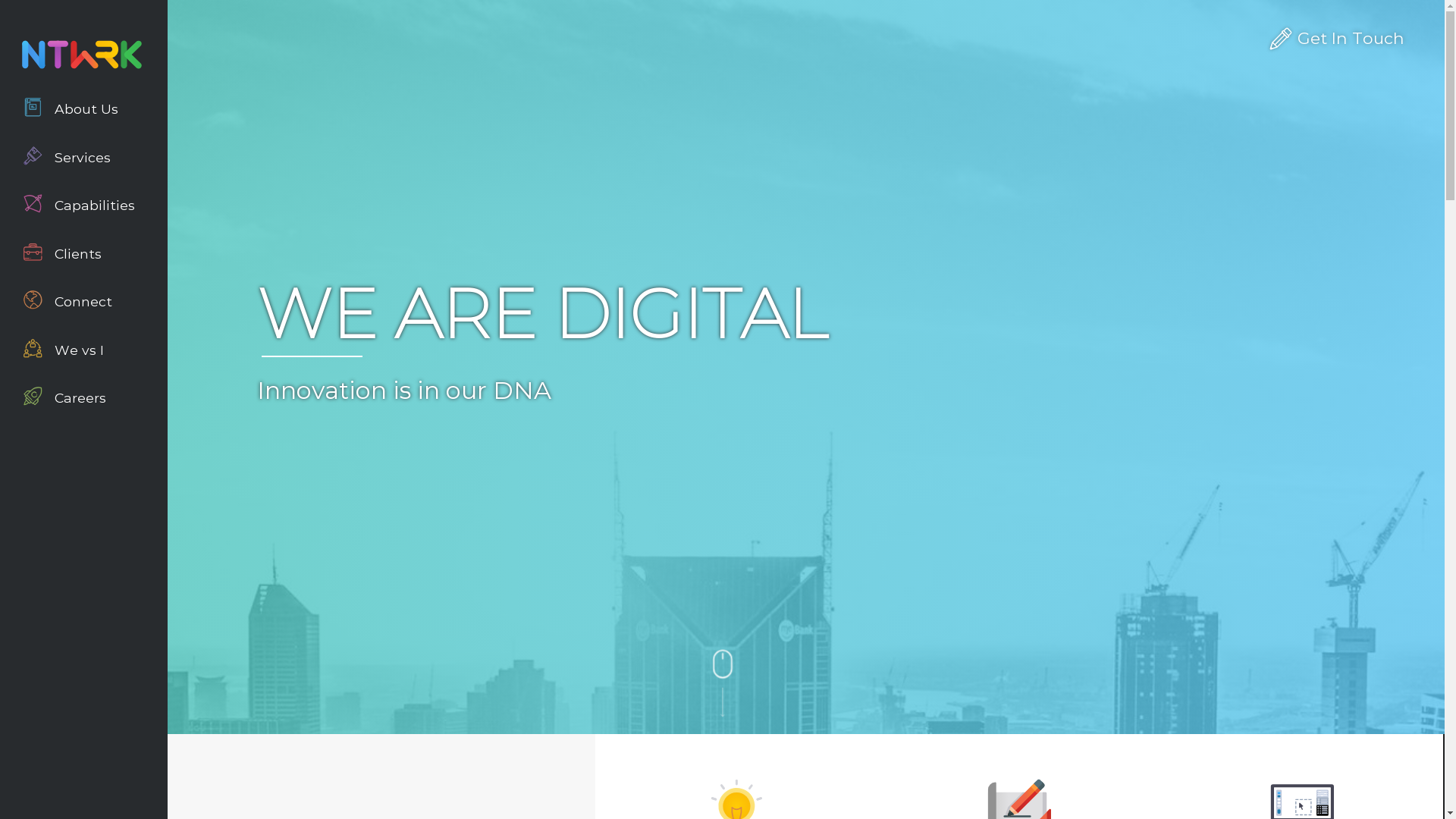 This screenshot has height=819, width=1456. Describe the element at coordinates (83, 205) in the screenshot. I see `'Capabilities'` at that location.